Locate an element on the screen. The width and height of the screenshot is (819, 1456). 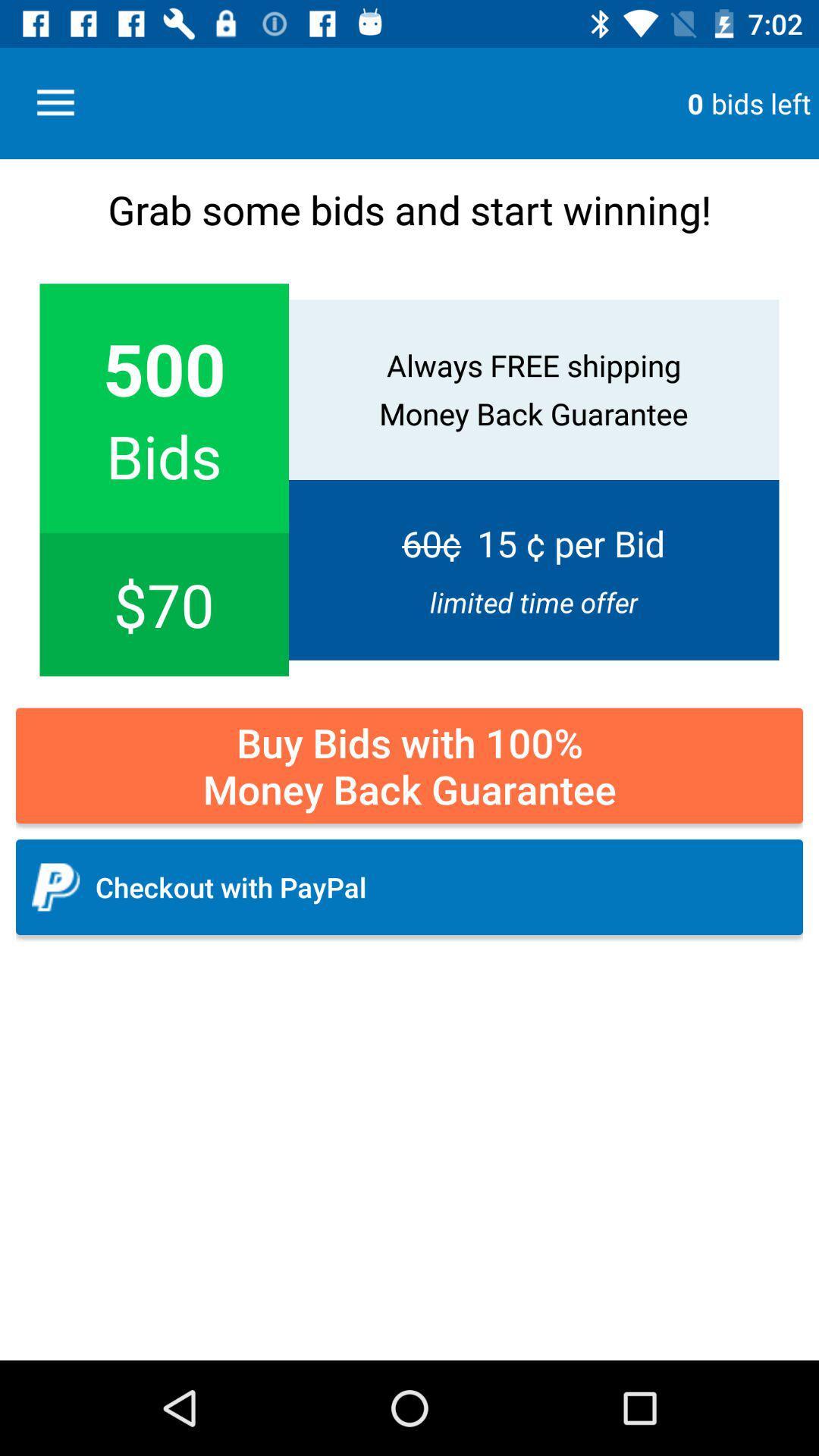
the text buy bids with 100 money back guarantee is located at coordinates (409, 765).